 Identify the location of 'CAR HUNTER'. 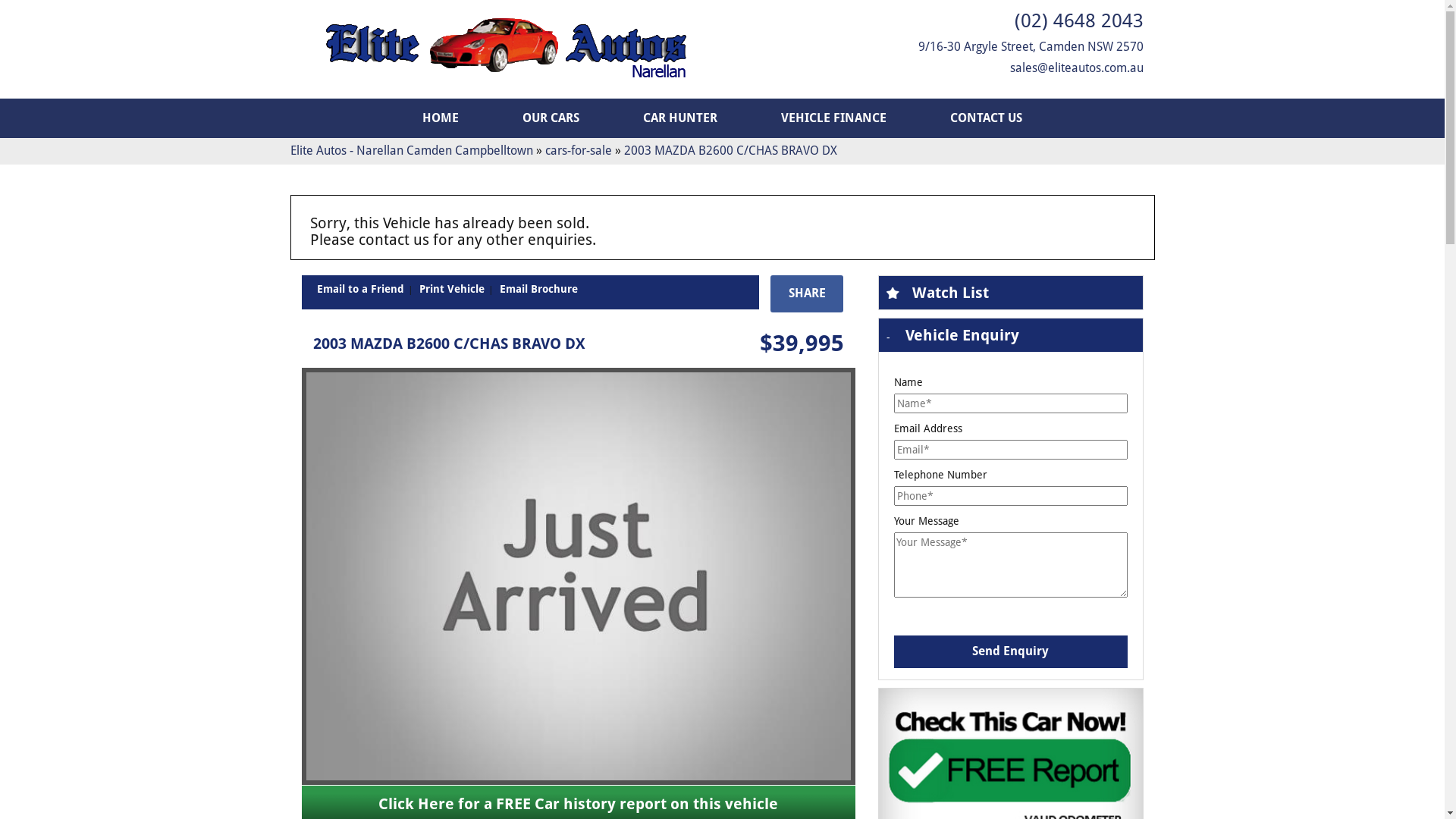
(679, 117).